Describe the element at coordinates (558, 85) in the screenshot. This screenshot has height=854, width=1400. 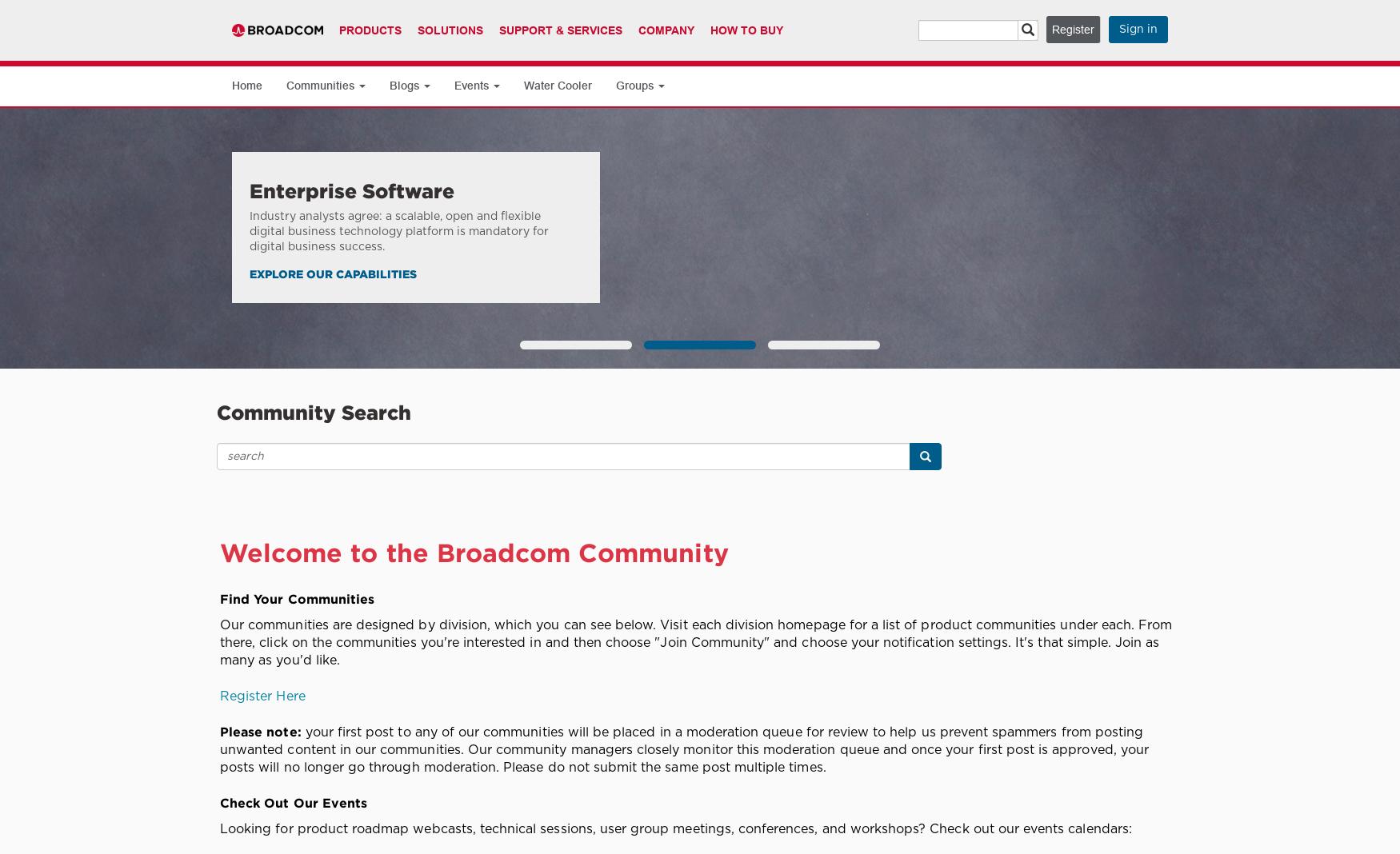
I see `'Water Cooler'` at that location.